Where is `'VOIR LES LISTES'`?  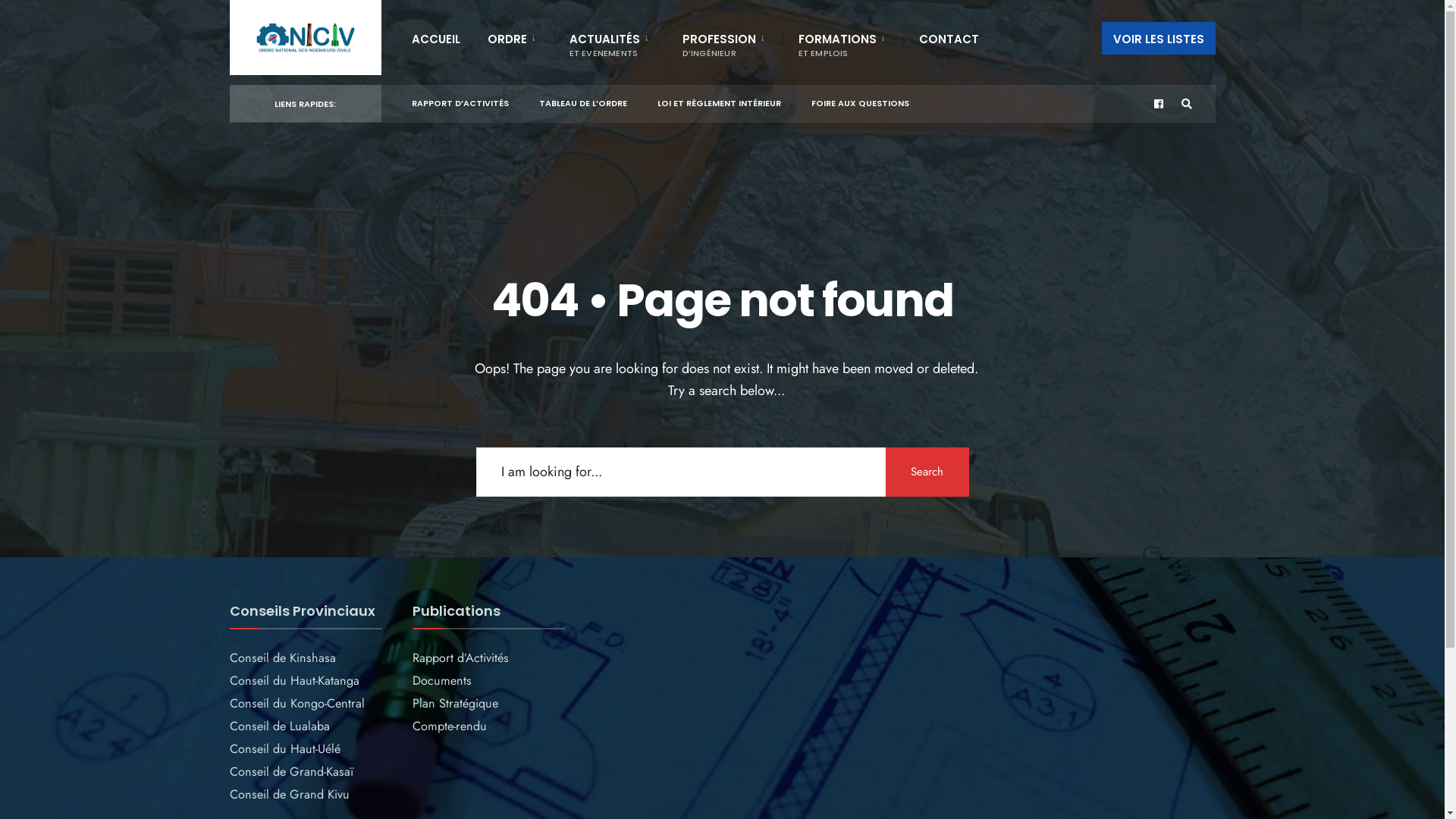 'VOIR LES LISTES' is located at coordinates (1100, 37).